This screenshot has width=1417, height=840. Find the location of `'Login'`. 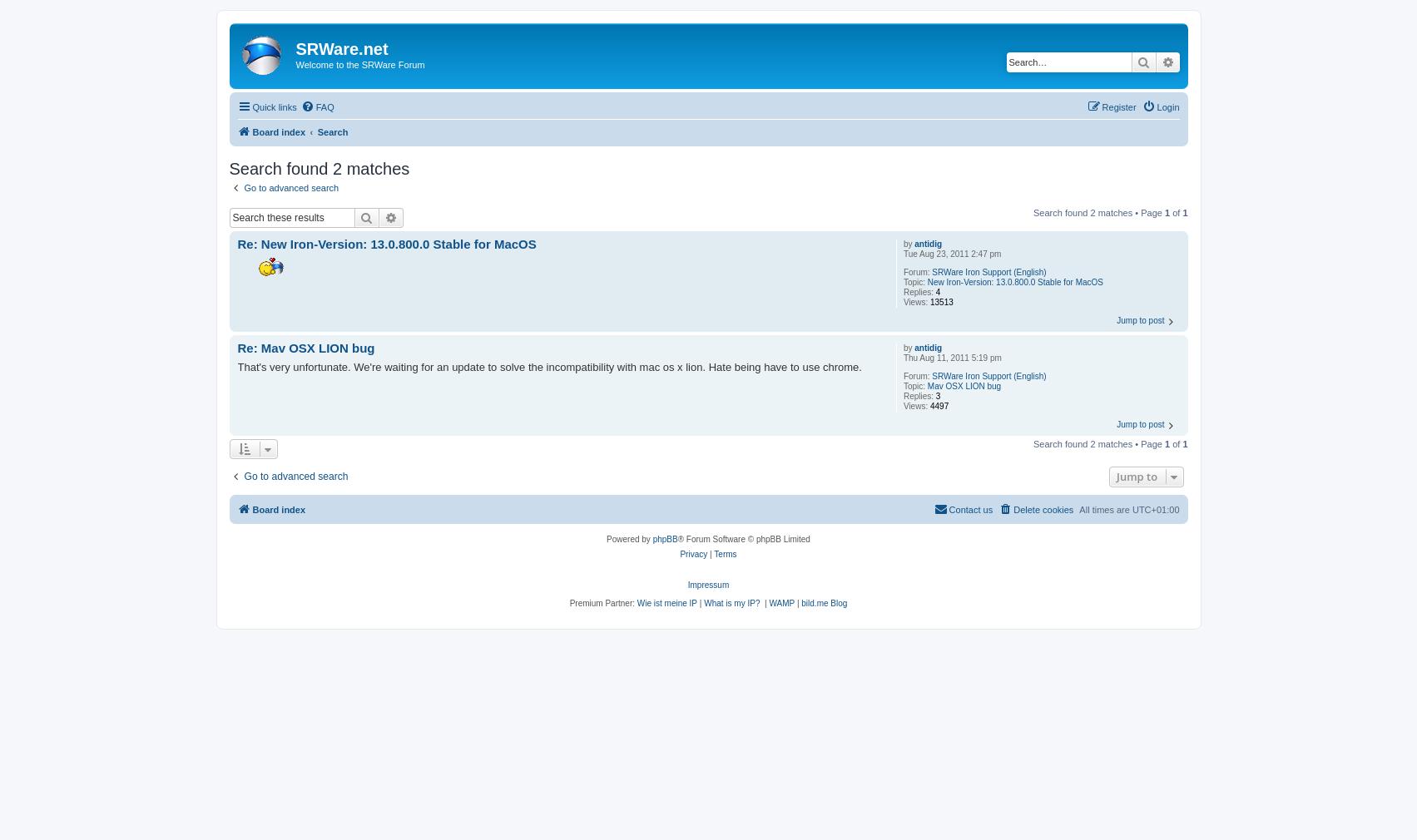

'Login' is located at coordinates (1156, 105).